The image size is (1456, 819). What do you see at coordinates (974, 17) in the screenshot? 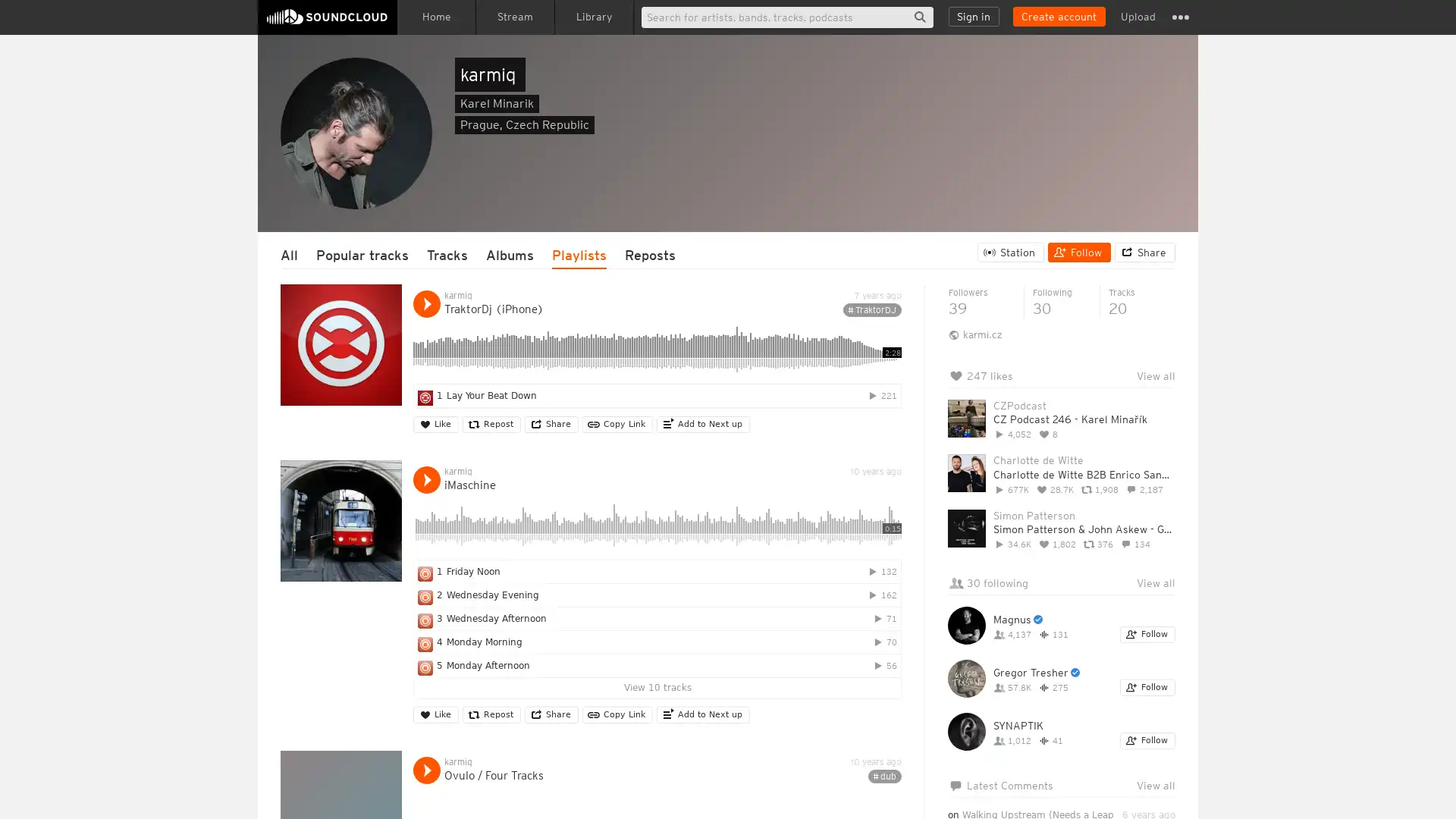
I see `Sign in` at bounding box center [974, 17].